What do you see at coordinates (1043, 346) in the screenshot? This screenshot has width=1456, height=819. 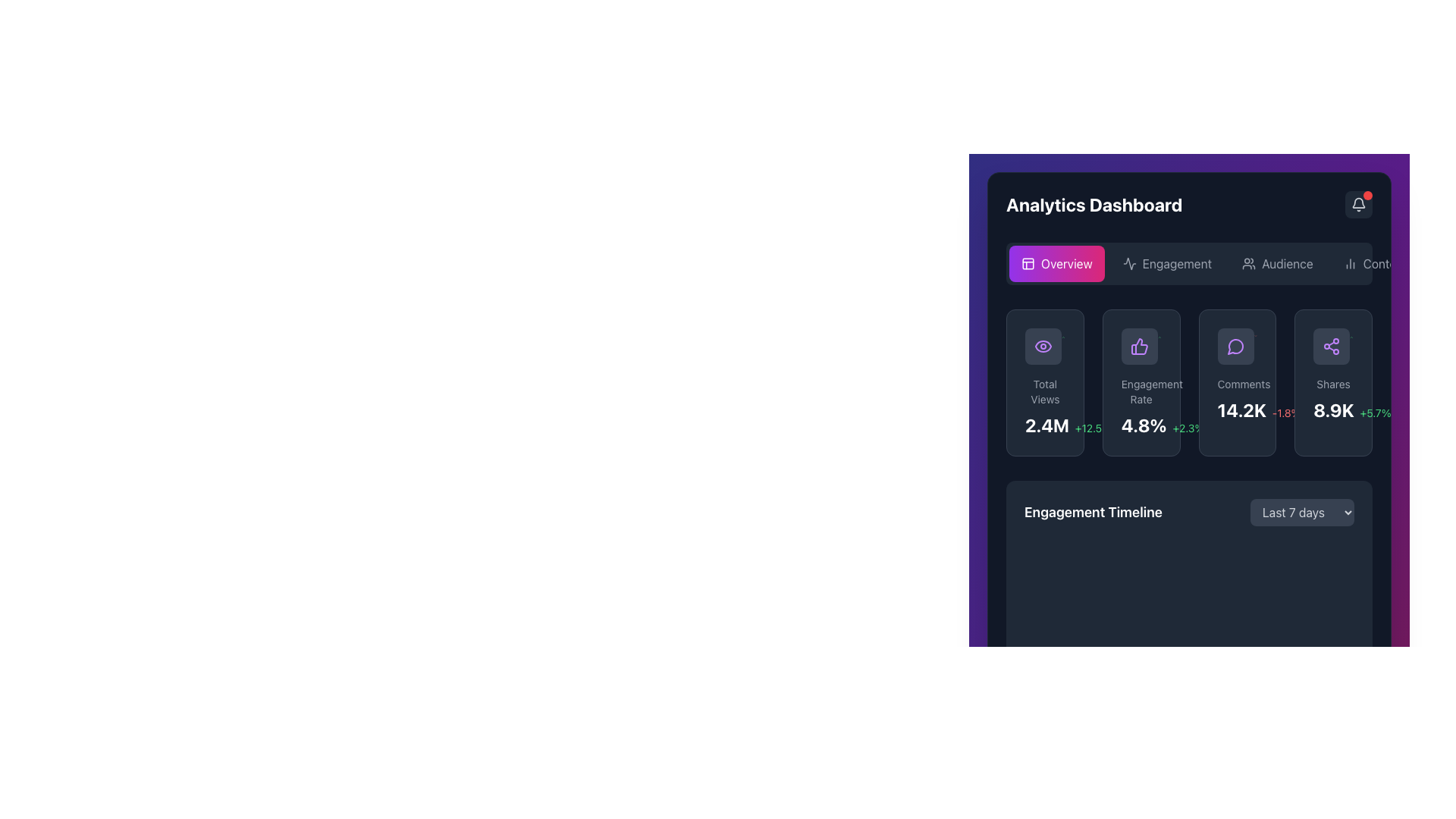 I see `the thin elliptical shape filled with a light purple hue, which is the external contour of the eye icon located at the center of the eye icon representation in the analytics metrics panel` at bounding box center [1043, 346].